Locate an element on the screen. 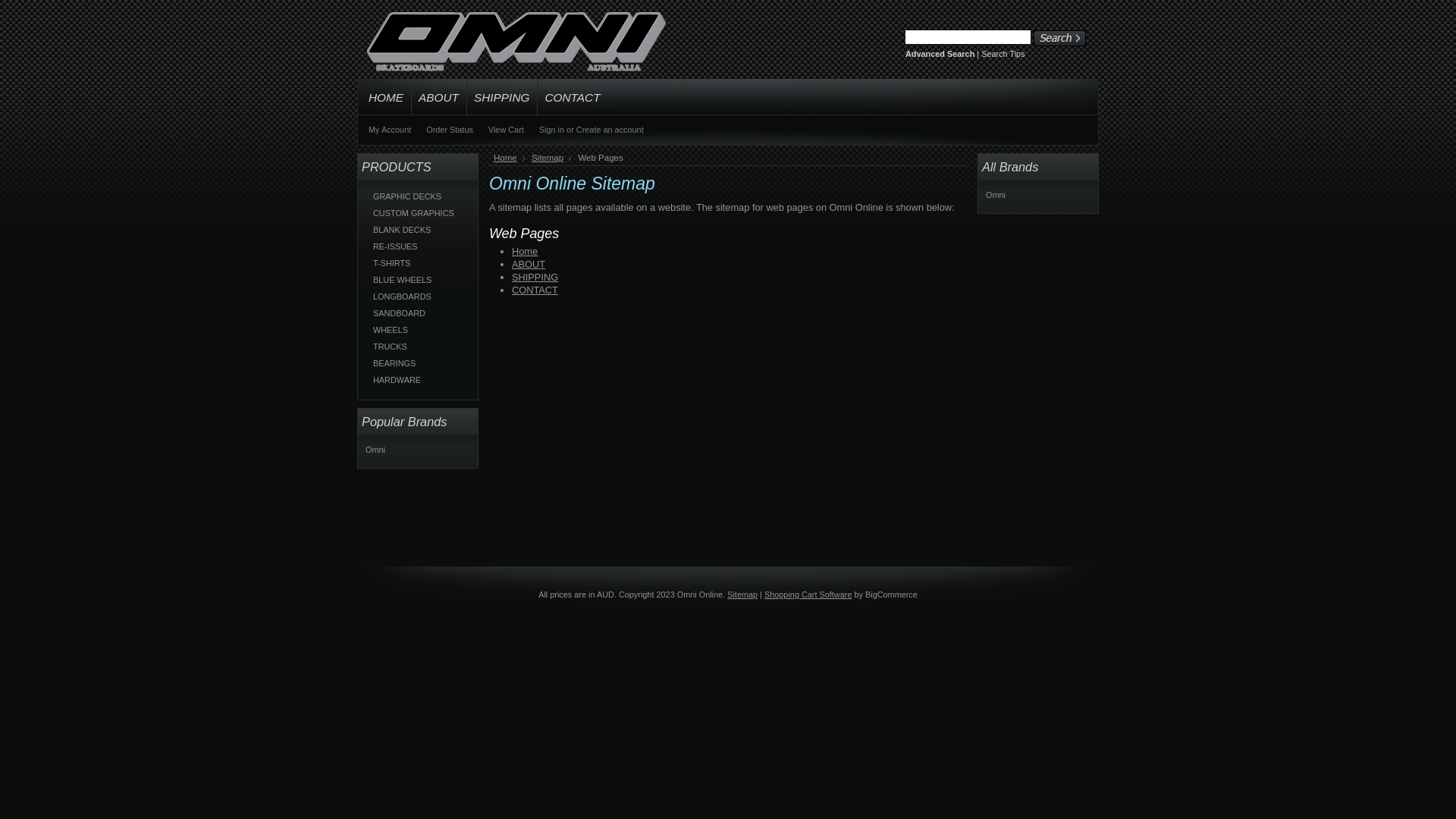  'My Account' is located at coordinates (389, 128).